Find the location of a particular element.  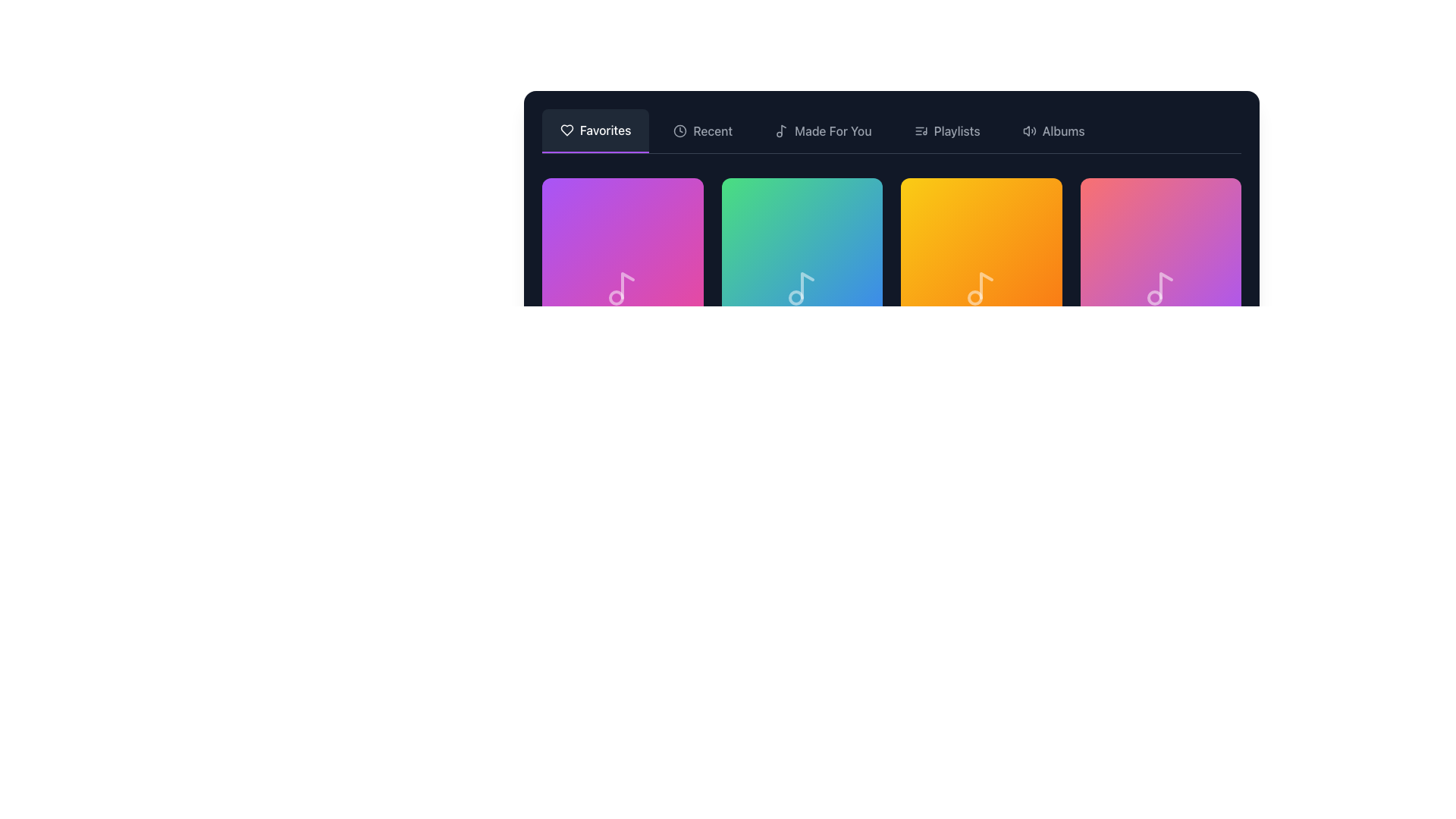

the minimalist musical note icon adjacent to the 'Made For You' text, which is the first component in the button group is located at coordinates (782, 130).